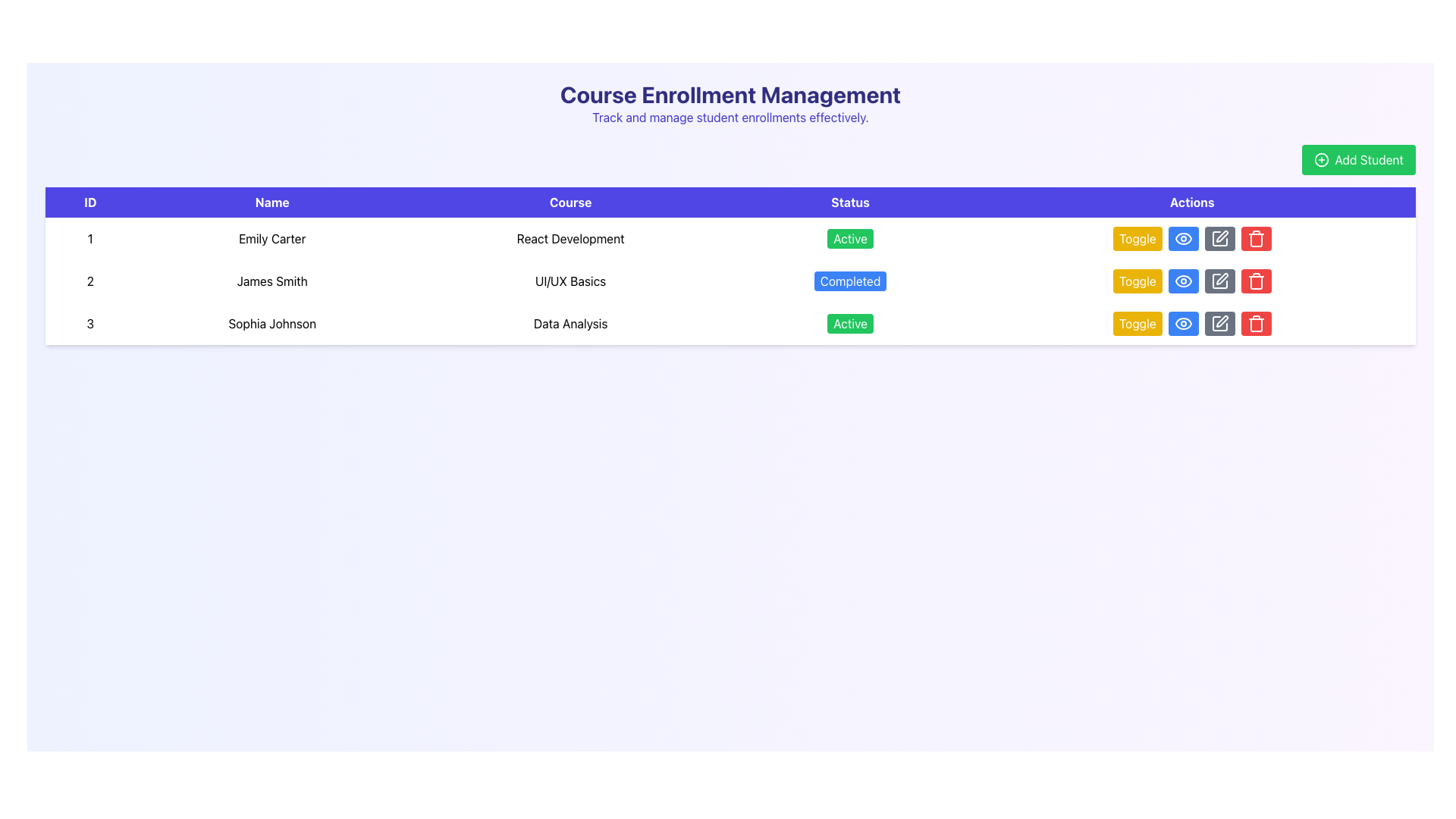 Image resolution: width=1456 pixels, height=819 pixels. What do you see at coordinates (1256, 239) in the screenshot?
I see `the red trash can icon in the 'Actions' column of the table` at bounding box center [1256, 239].